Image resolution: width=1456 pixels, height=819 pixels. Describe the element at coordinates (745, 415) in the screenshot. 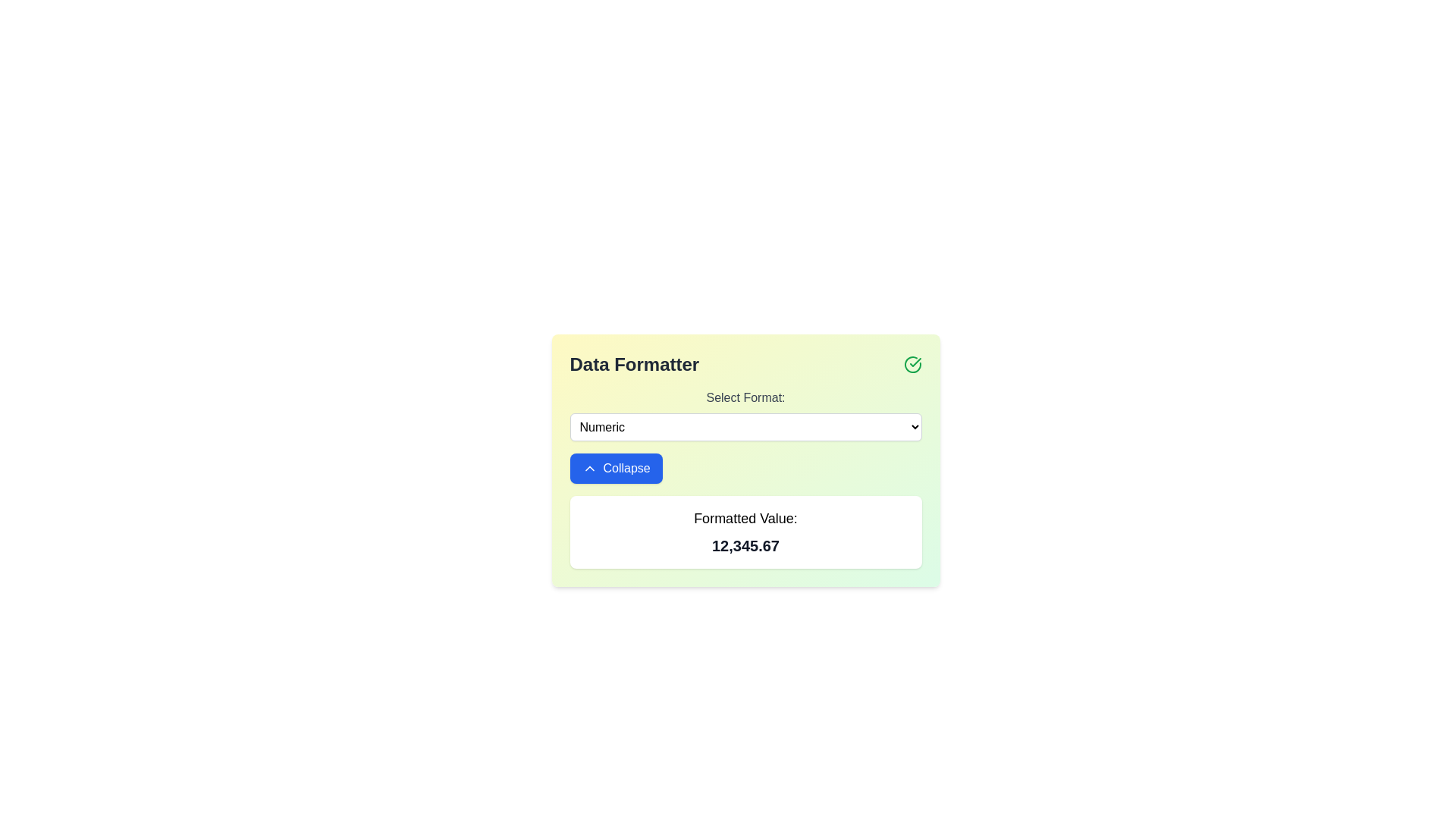

I see `an option from the dropdown menu located in the 'Data Formatter' card, positioned below the header and above the 'Collapse' button` at that location.